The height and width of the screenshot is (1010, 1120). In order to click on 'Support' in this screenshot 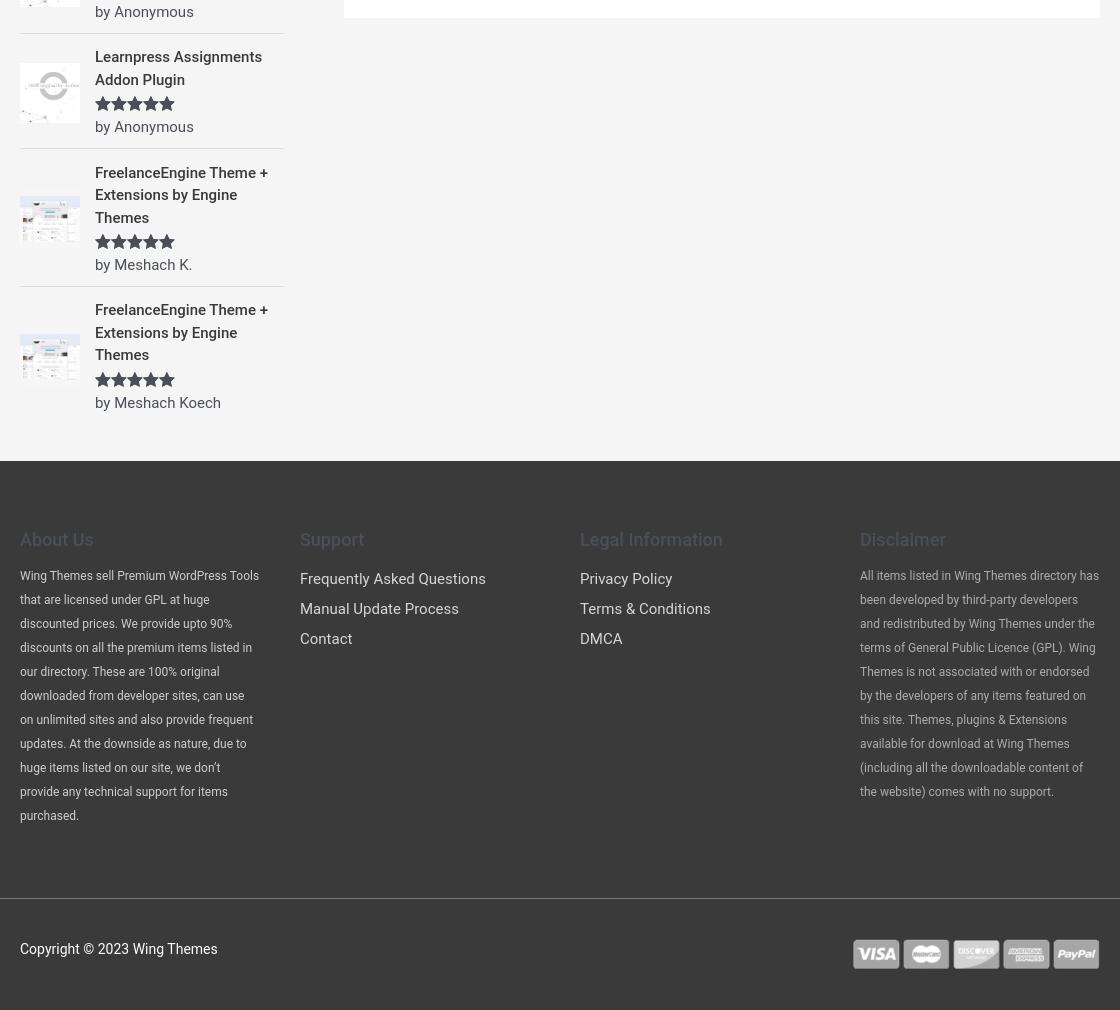, I will do `click(331, 537)`.